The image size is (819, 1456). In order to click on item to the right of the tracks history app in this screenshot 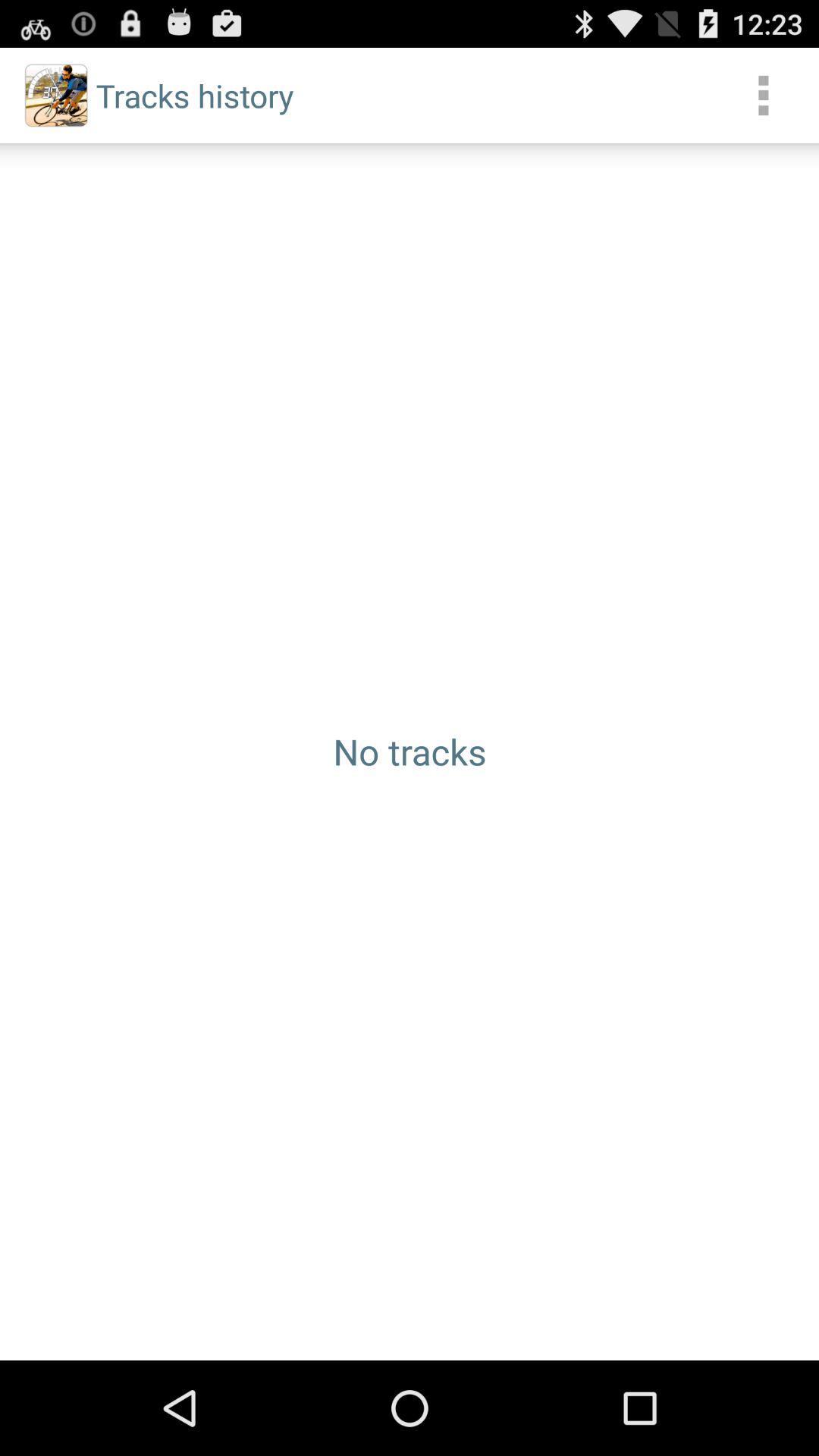, I will do `click(763, 94)`.